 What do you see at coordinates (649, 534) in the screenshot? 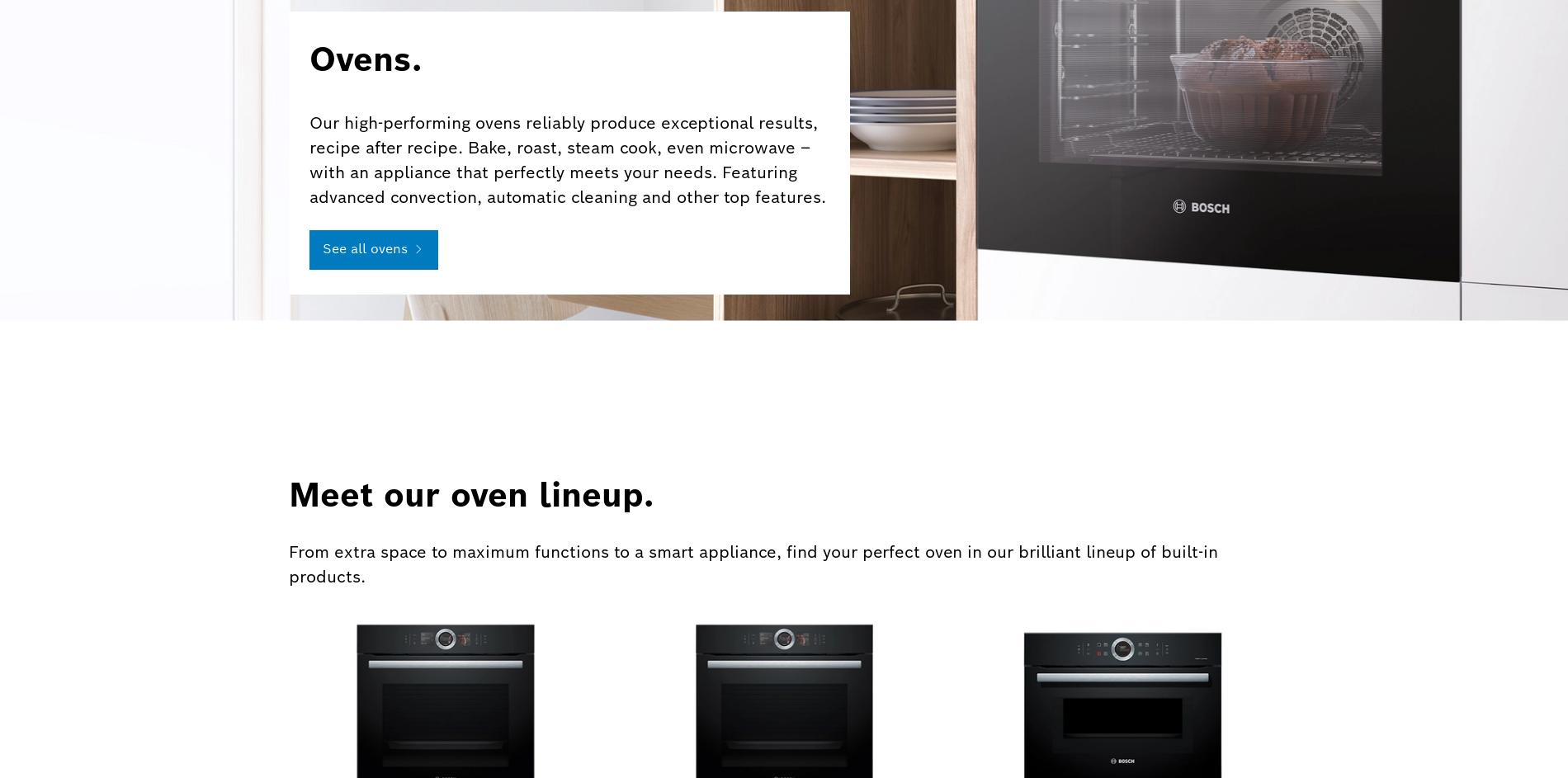
I see `'Outstanding service – before and after the purchase.'` at bounding box center [649, 534].